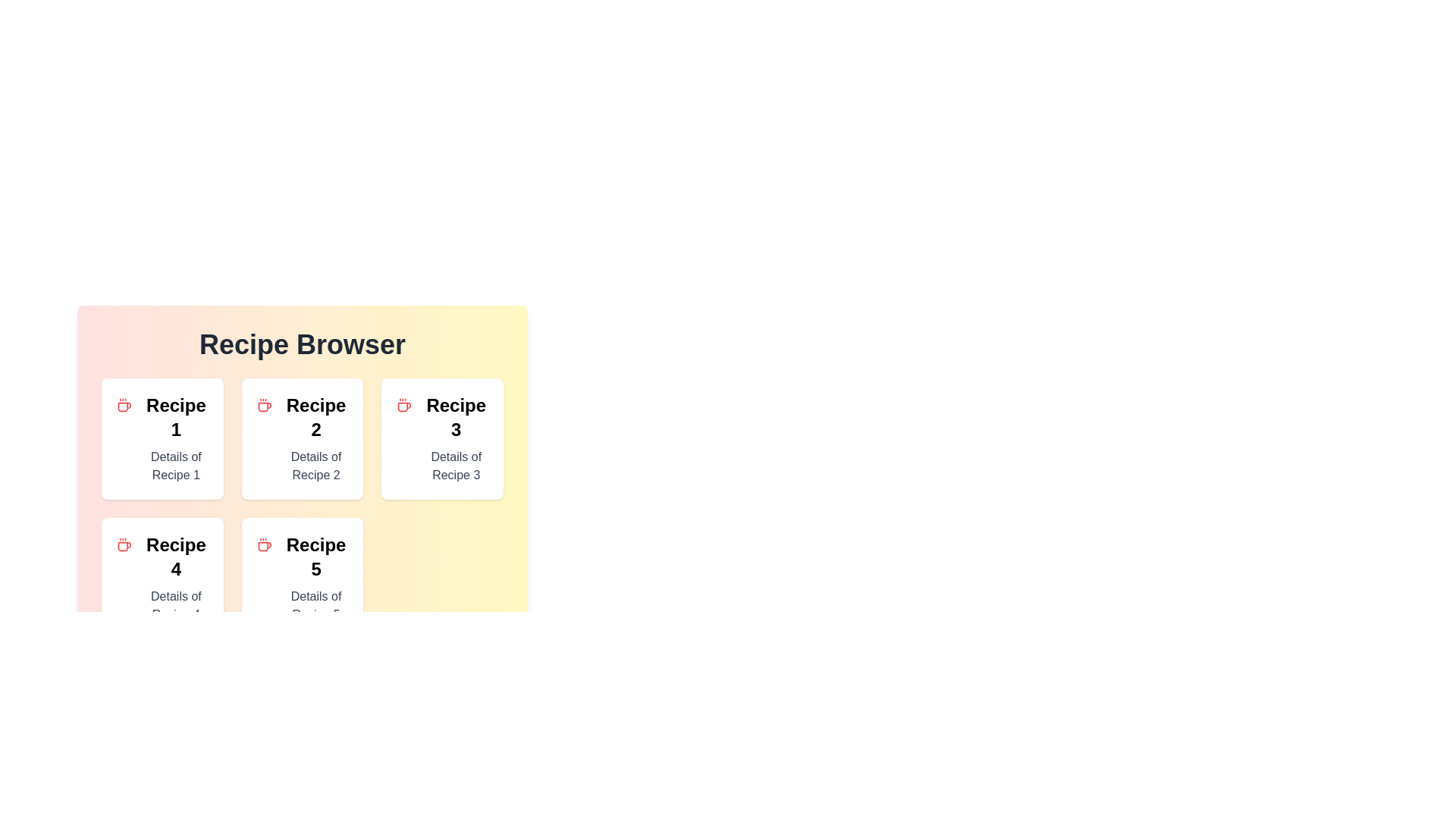 The image size is (1456, 819). Describe the element at coordinates (176, 557) in the screenshot. I see `text displayed on the 'Recipe 4' label located in the second row and first column of the recipe grid under 'Recipe Browser'` at that location.